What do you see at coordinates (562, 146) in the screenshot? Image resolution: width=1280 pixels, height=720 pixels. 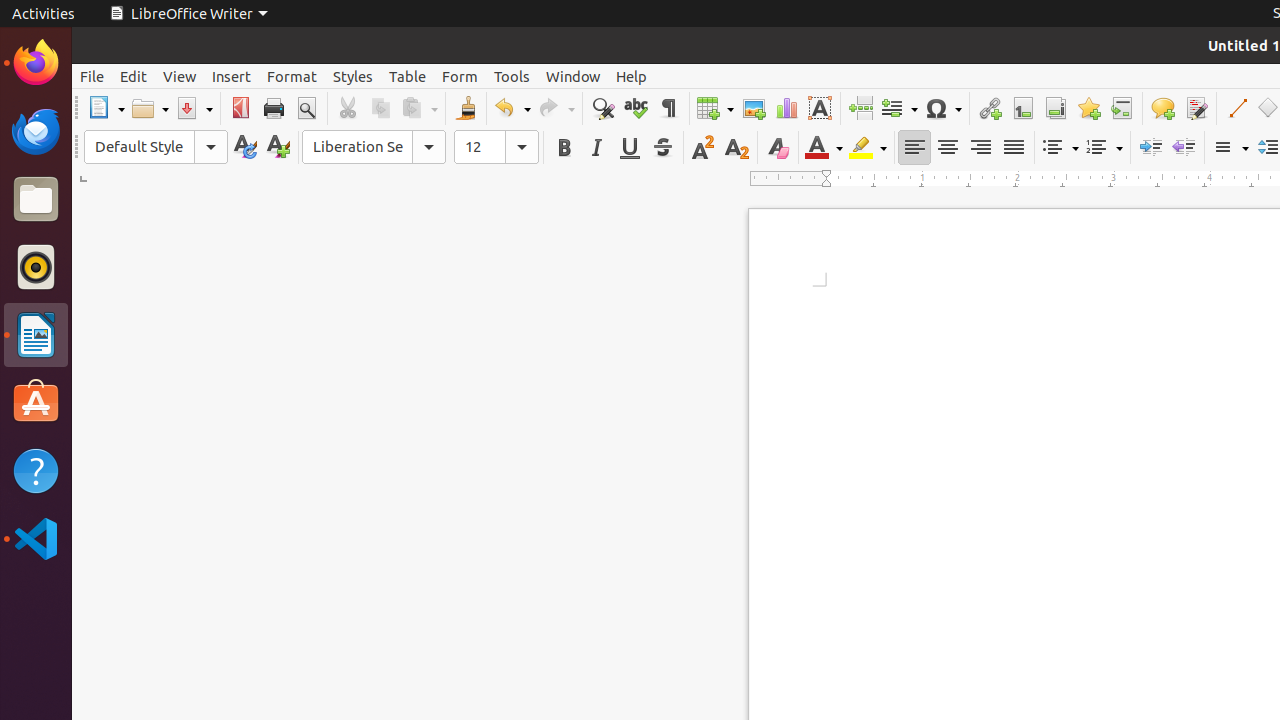 I see `'Bold'` at bounding box center [562, 146].